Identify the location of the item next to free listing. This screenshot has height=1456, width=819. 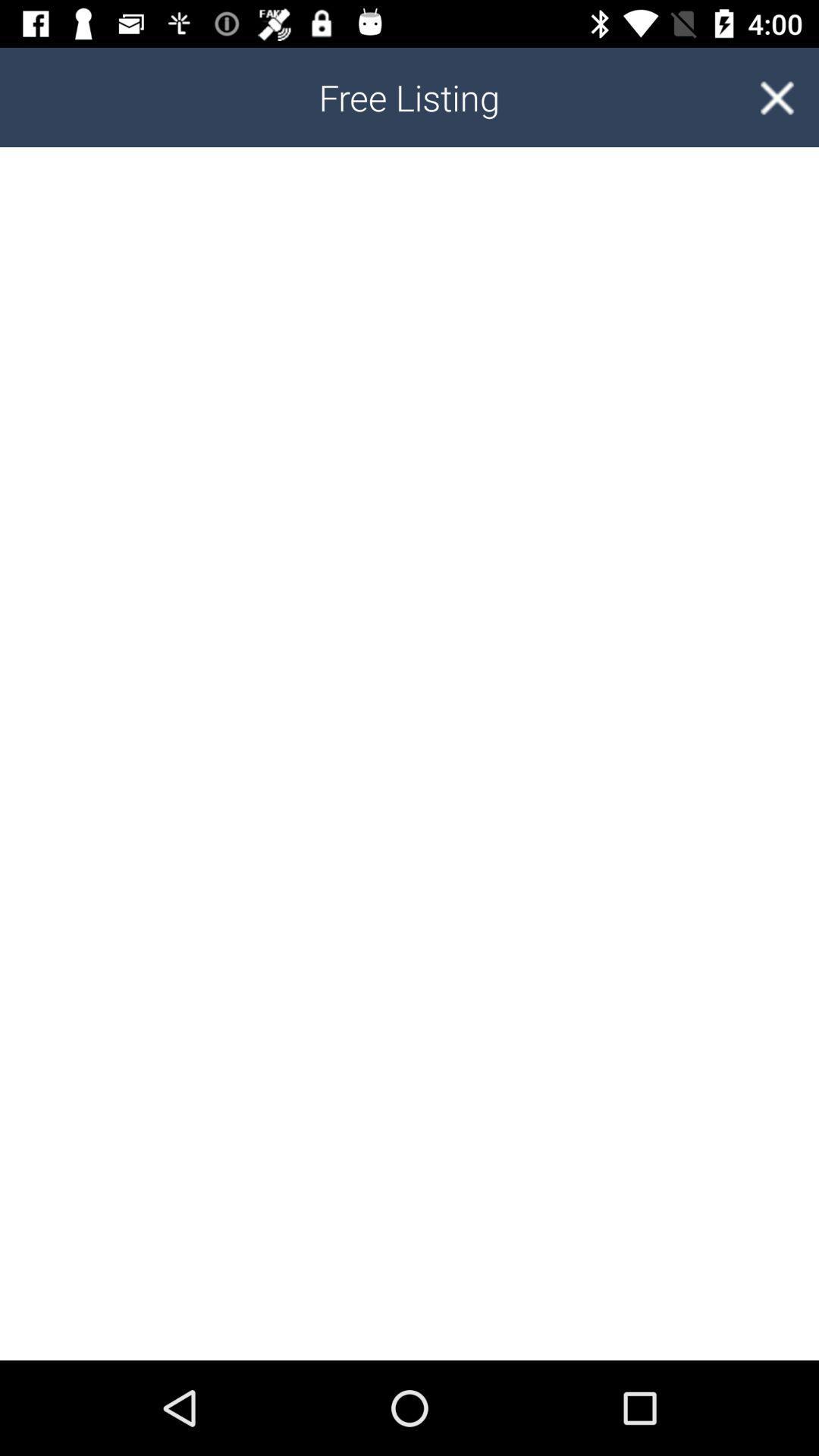
(777, 96).